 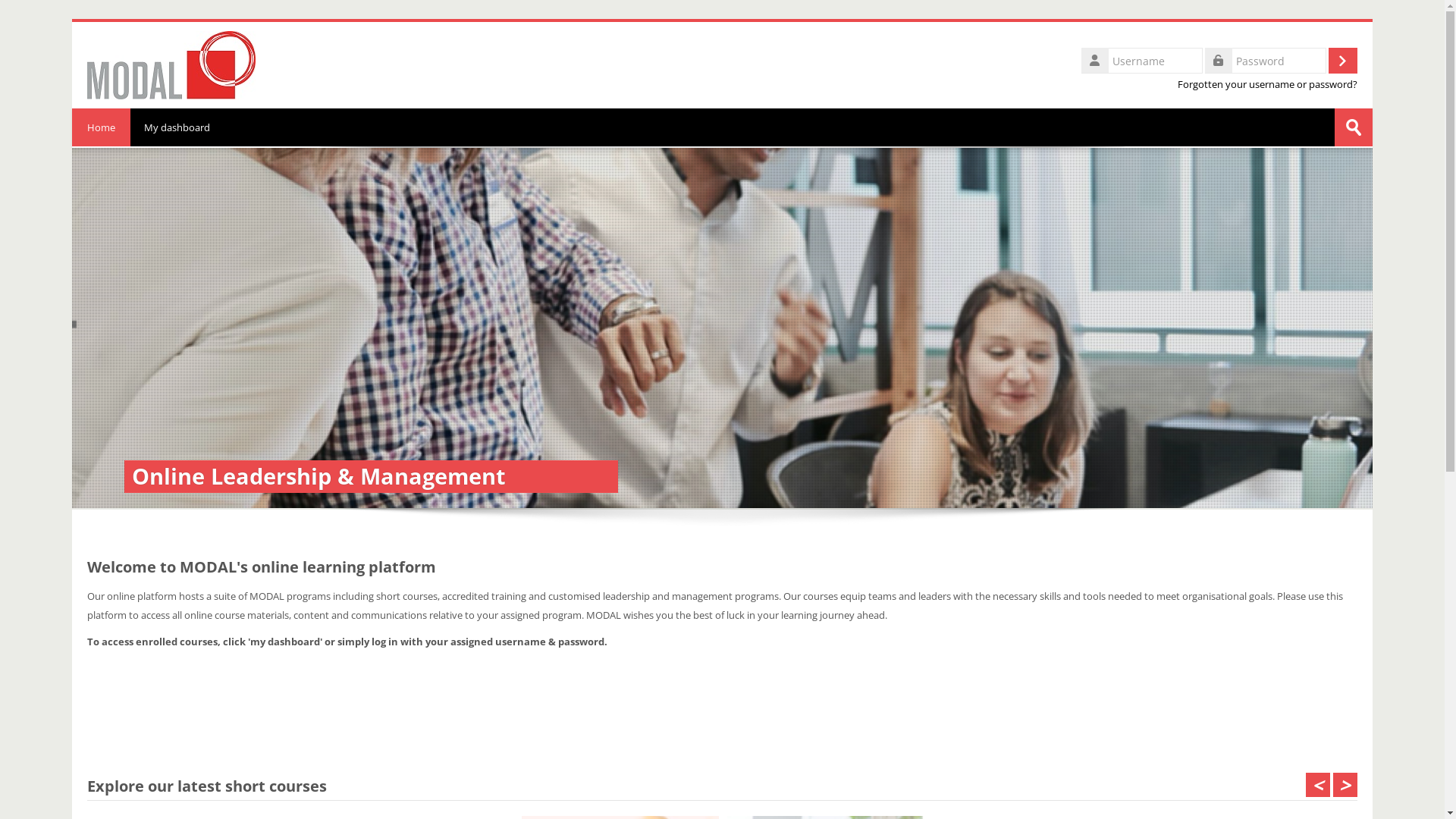 I want to click on 'Submit', so click(x=1354, y=127).